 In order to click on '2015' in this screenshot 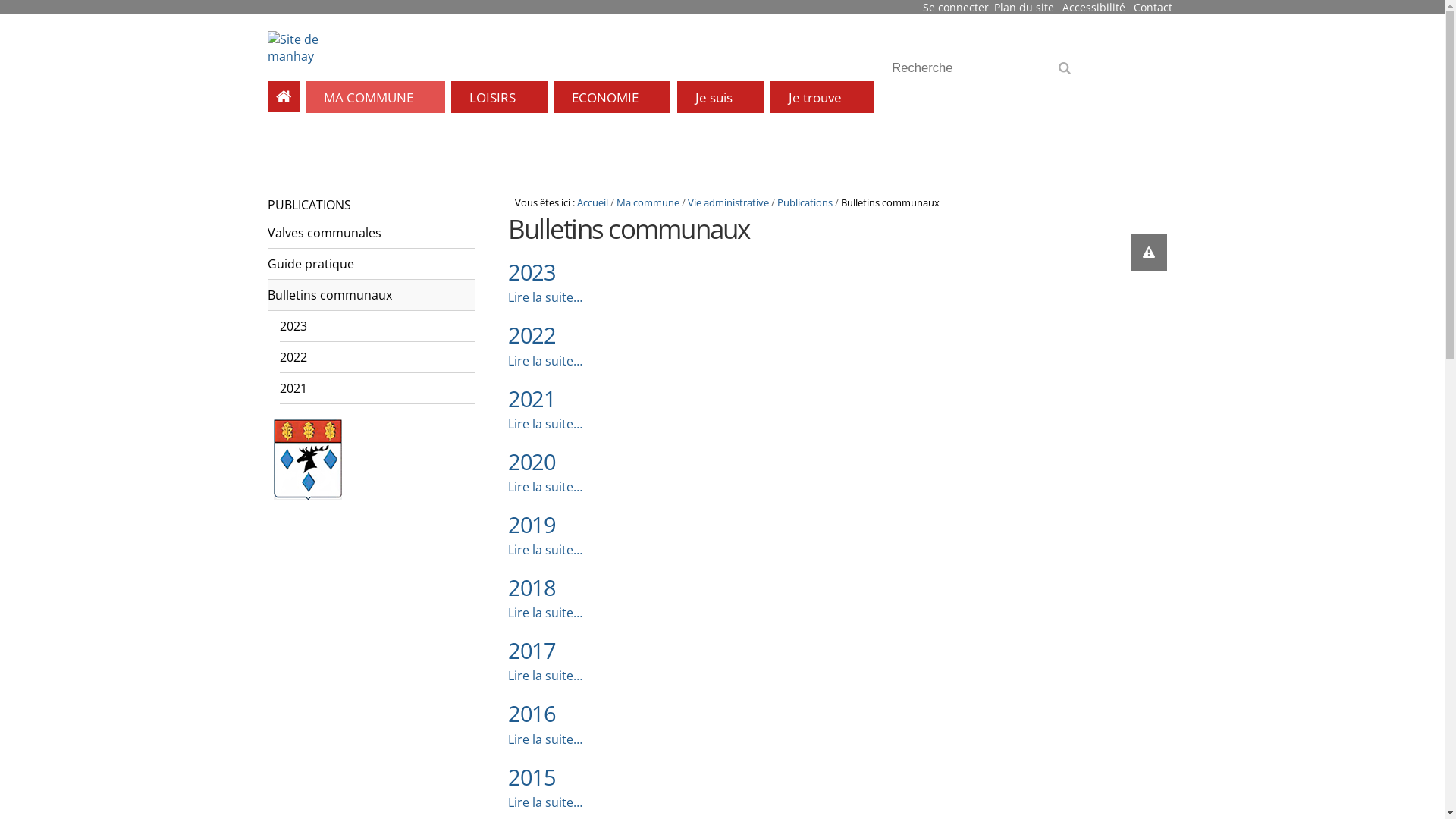, I will do `click(531, 777)`.